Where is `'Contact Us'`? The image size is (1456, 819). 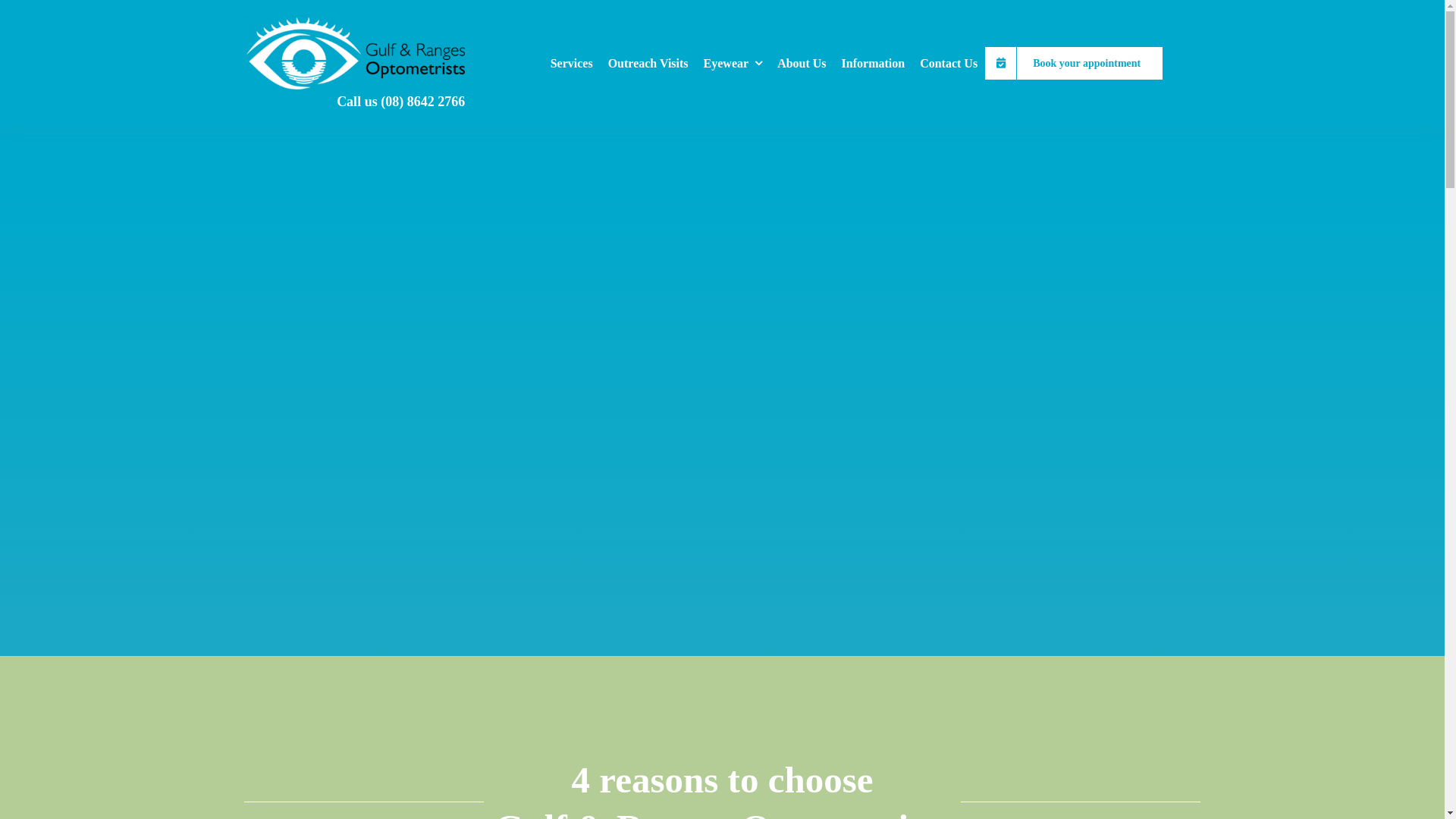 'Contact Us' is located at coordinates (948, 62).